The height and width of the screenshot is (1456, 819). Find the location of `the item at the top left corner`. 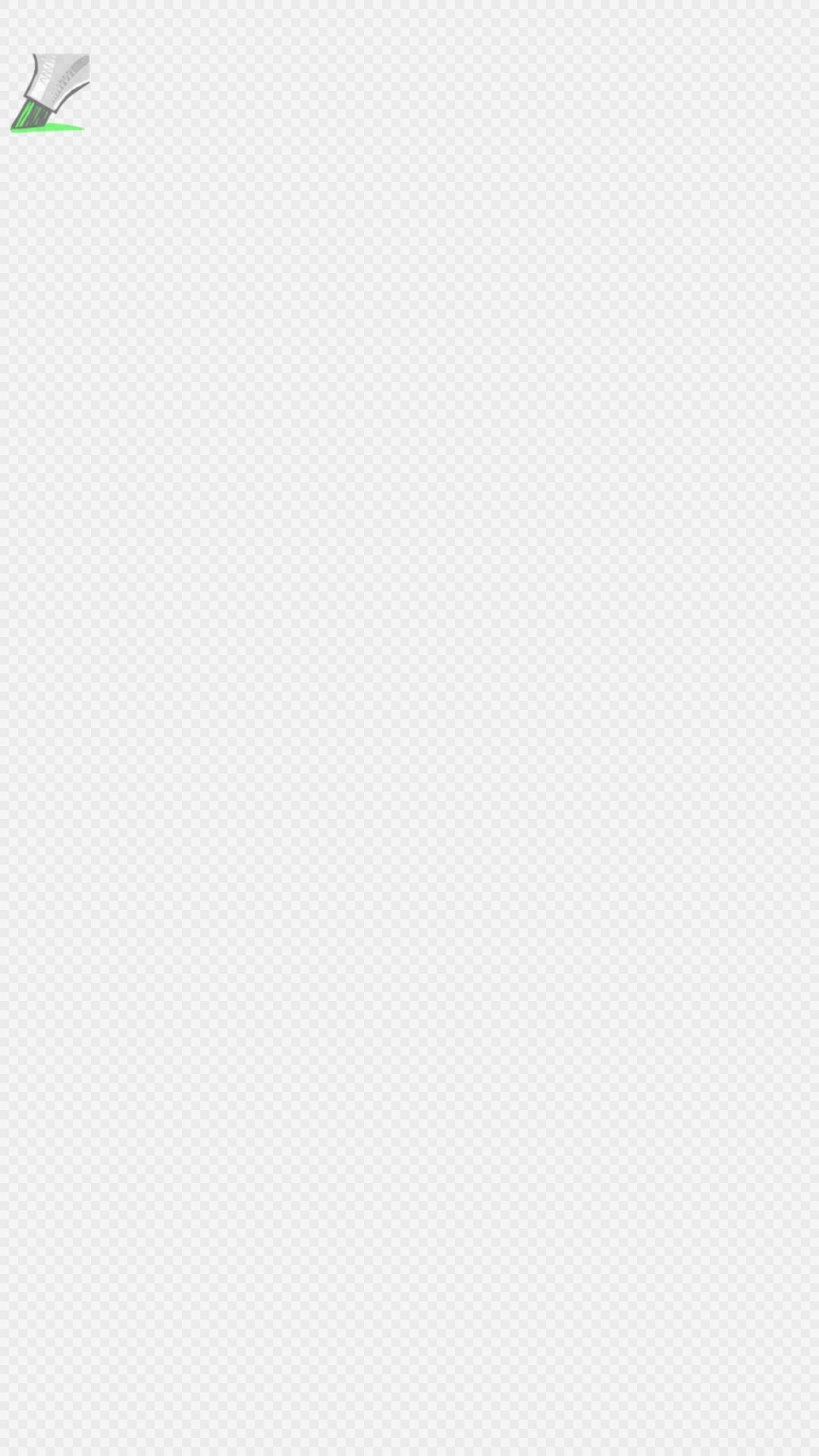

the item at the top left corner is located at coordinates (46, 94).